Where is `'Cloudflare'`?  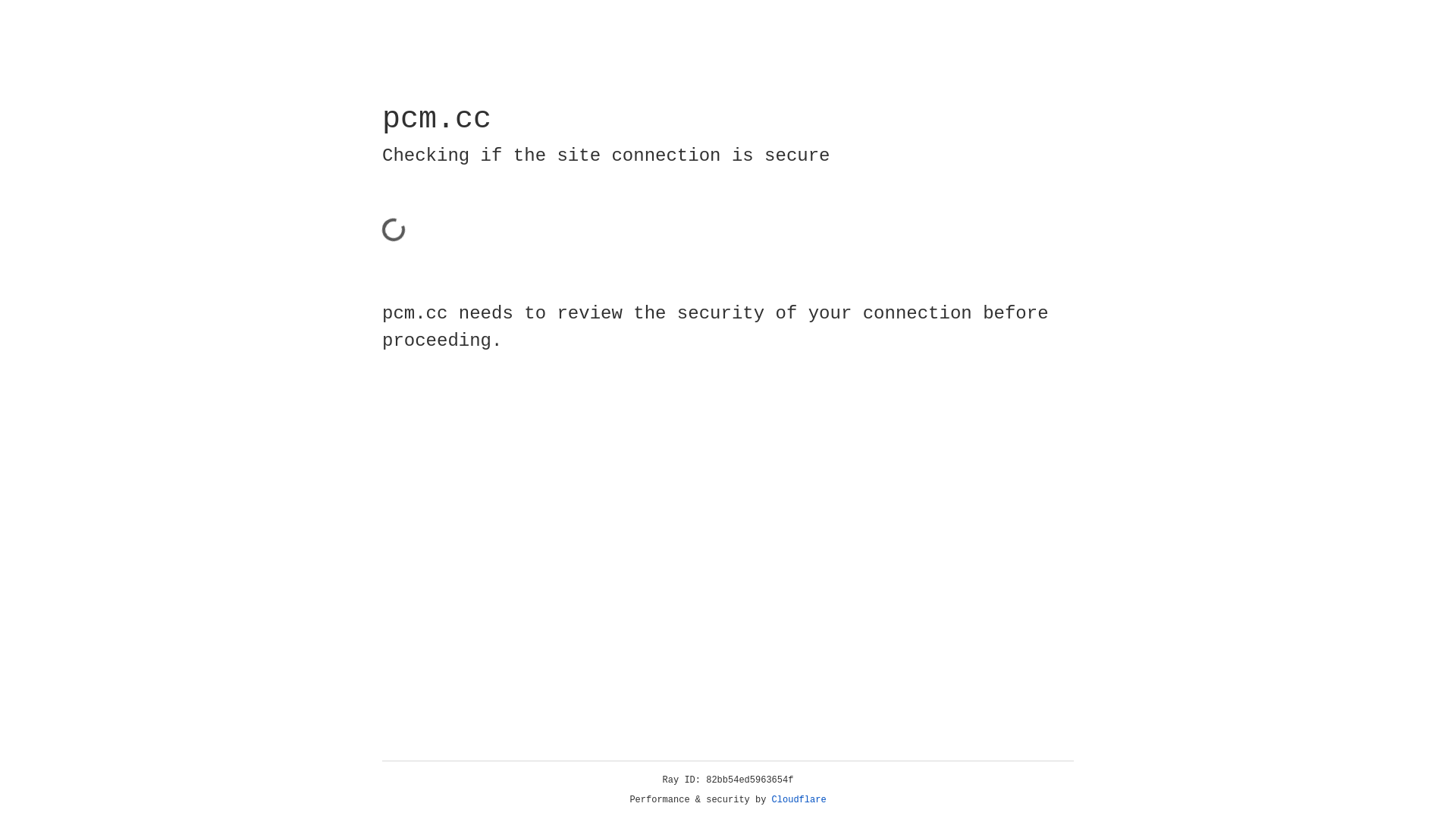
'Cloudflare' is located at coordinates (799, 799).